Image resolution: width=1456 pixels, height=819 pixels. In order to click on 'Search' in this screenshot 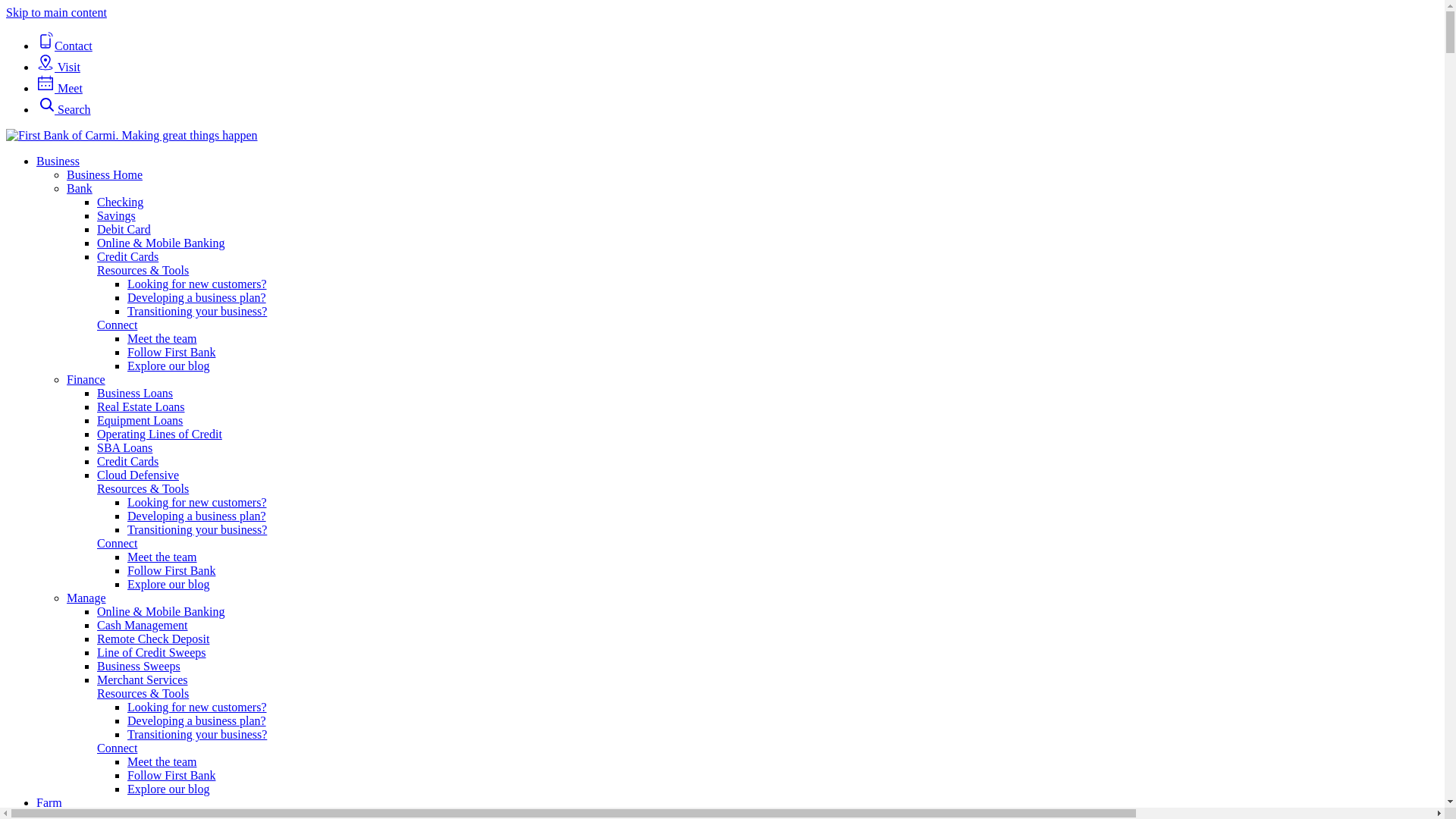, I will do `click(62, 108)`.